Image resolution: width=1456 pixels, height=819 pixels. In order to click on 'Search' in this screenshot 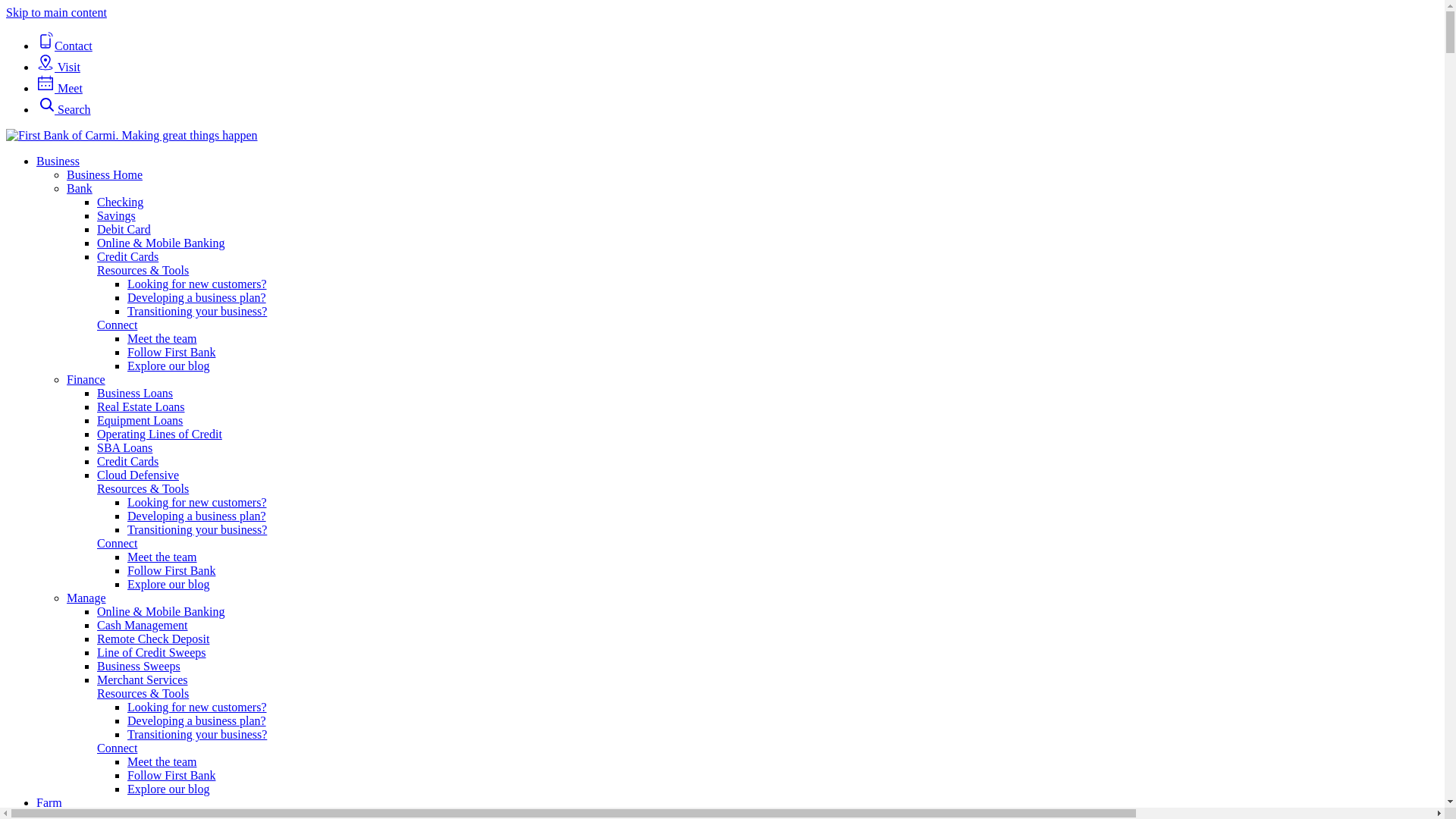, I will do `click(62, 108)`.